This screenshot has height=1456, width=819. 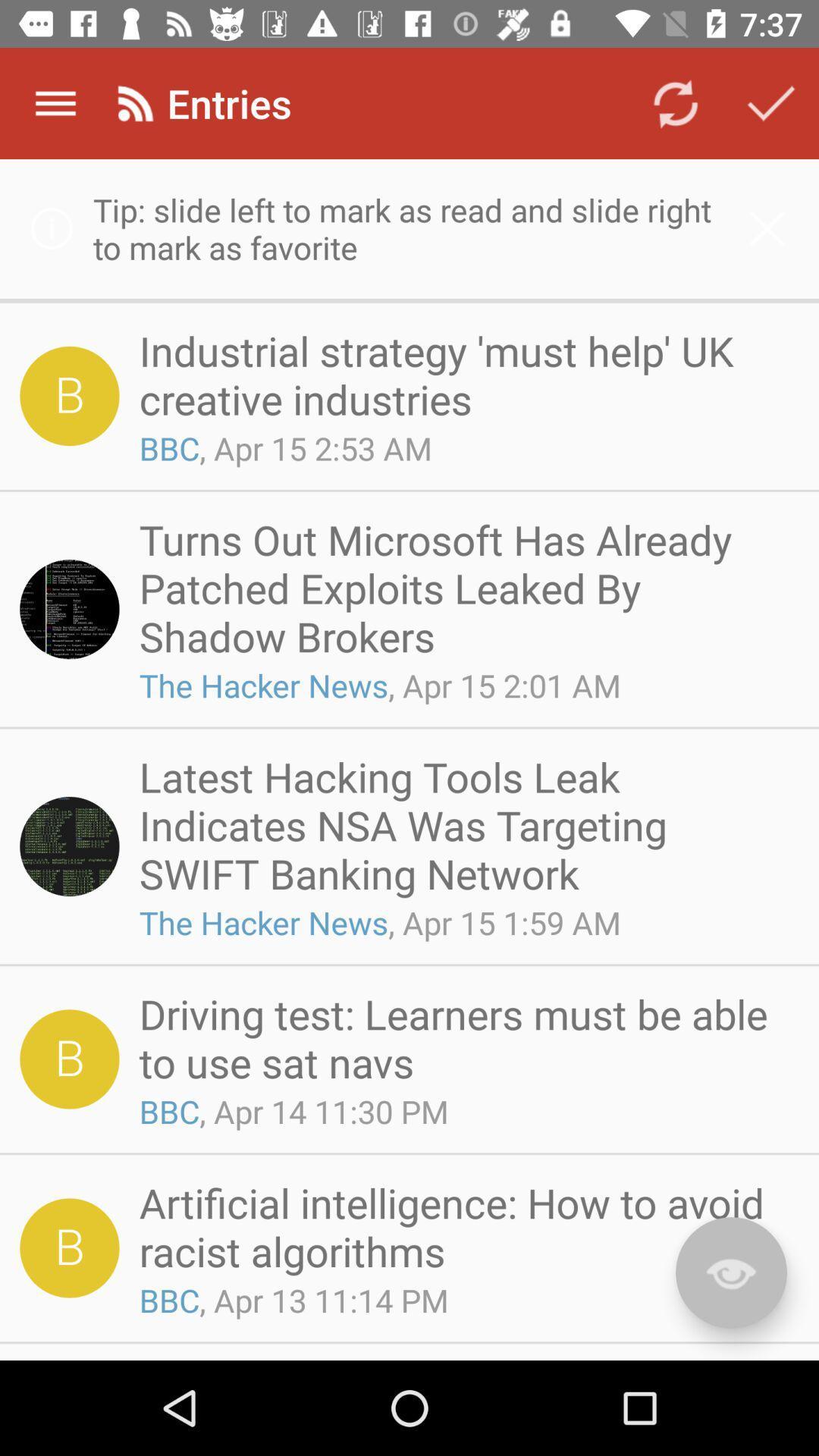 I want to click on icon next to the entries, so click(x=675, y=102).